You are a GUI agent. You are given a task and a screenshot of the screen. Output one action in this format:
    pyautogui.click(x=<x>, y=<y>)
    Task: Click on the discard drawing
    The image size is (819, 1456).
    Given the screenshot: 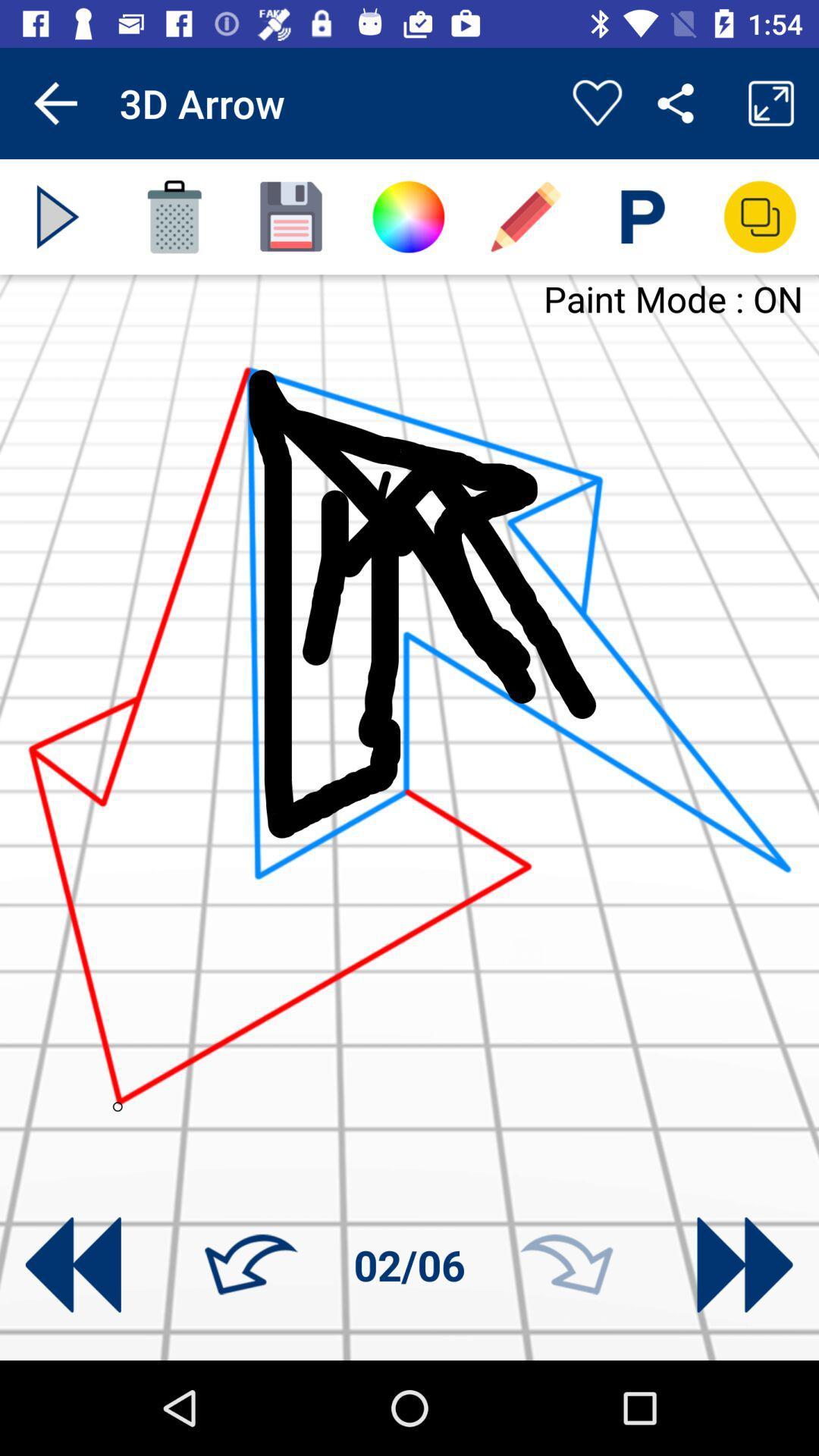 What is the action you would take?
    pyautogui.click(x=174, y=216)
    